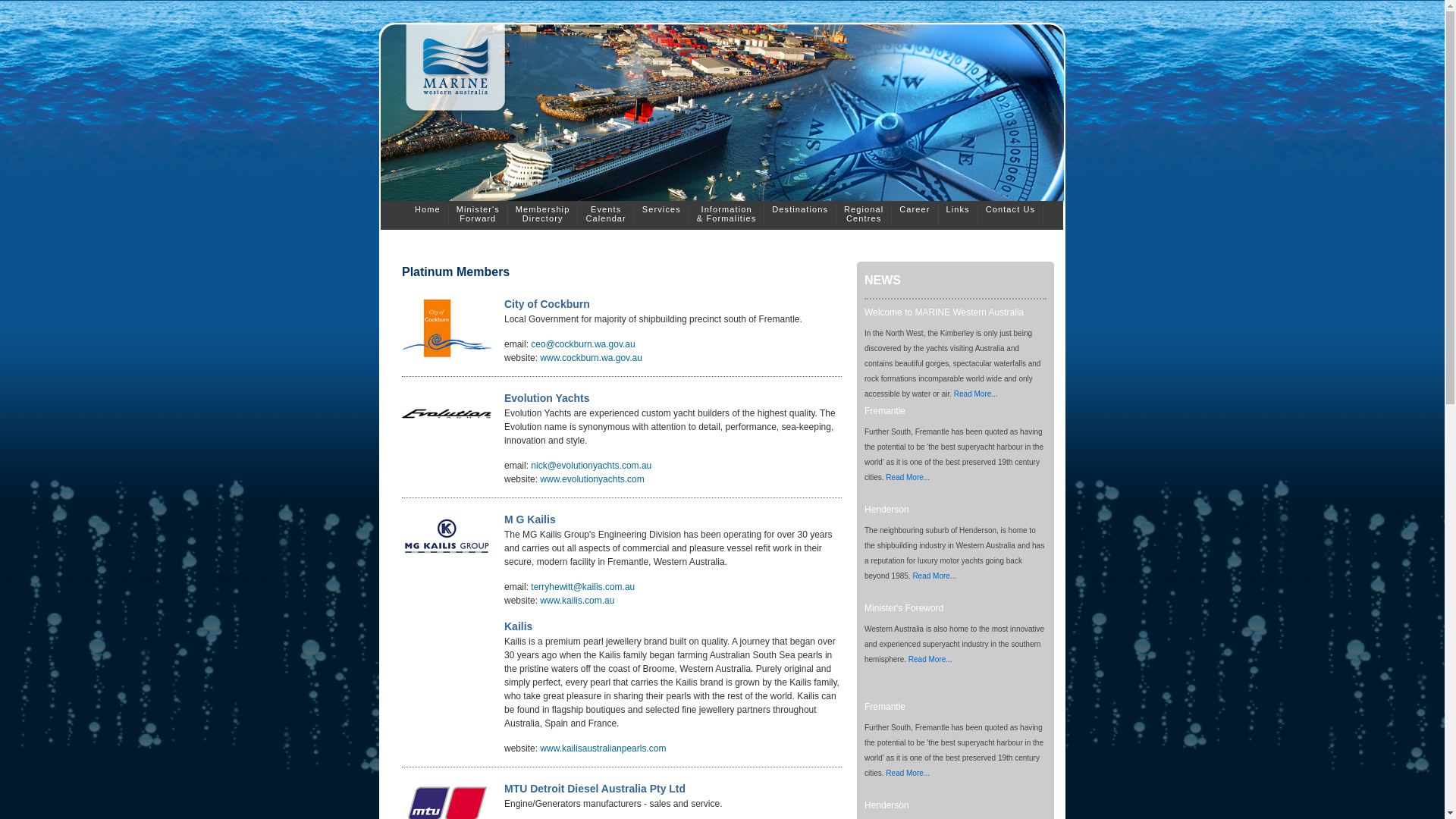  I want to click on 'Destinations', so click(799, 215).